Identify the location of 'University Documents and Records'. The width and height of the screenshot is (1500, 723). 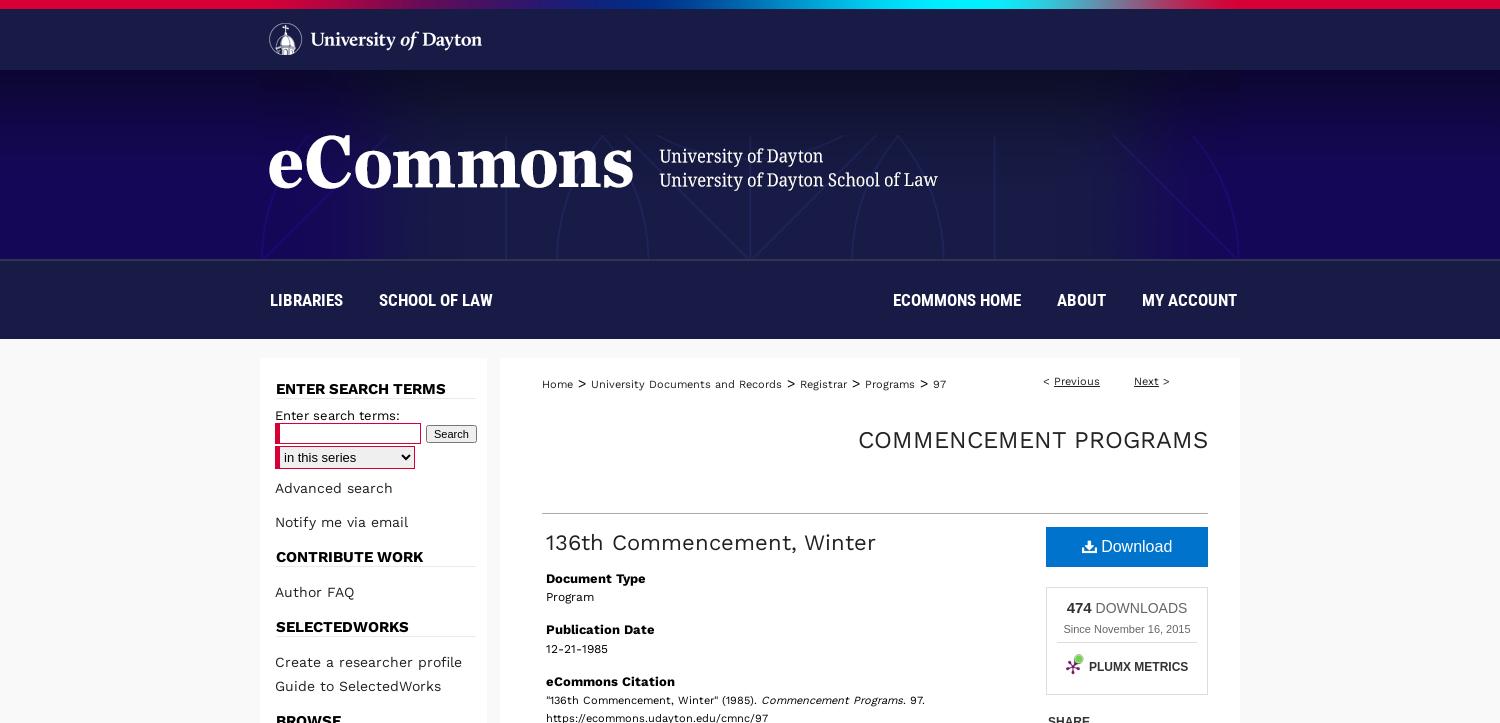
(686, 383).